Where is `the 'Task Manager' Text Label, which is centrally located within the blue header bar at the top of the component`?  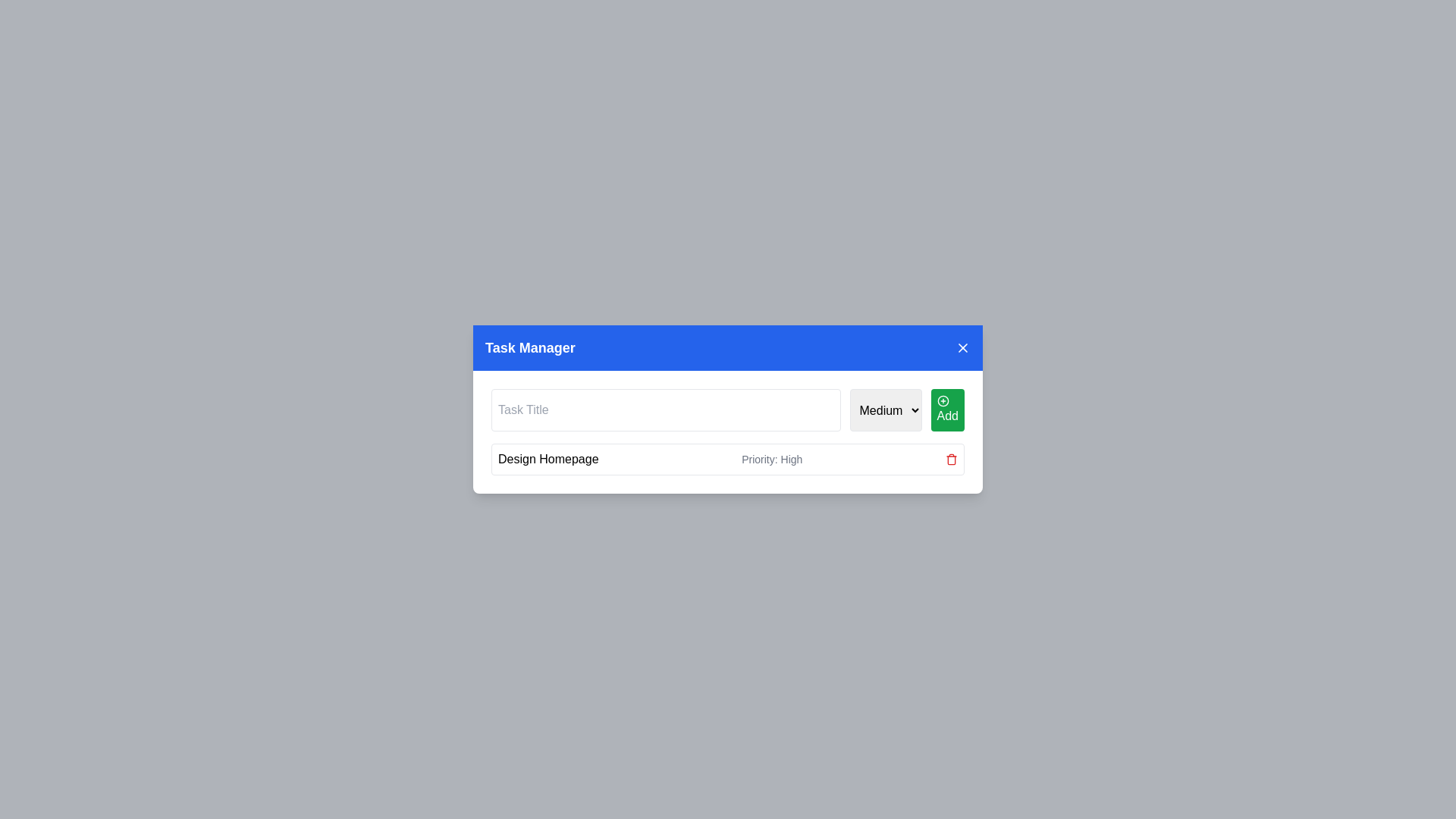
the 'Task Manager' Text Label, which is centrally located within the blue header bar at the top of the component is located at coordinates (530, 348).